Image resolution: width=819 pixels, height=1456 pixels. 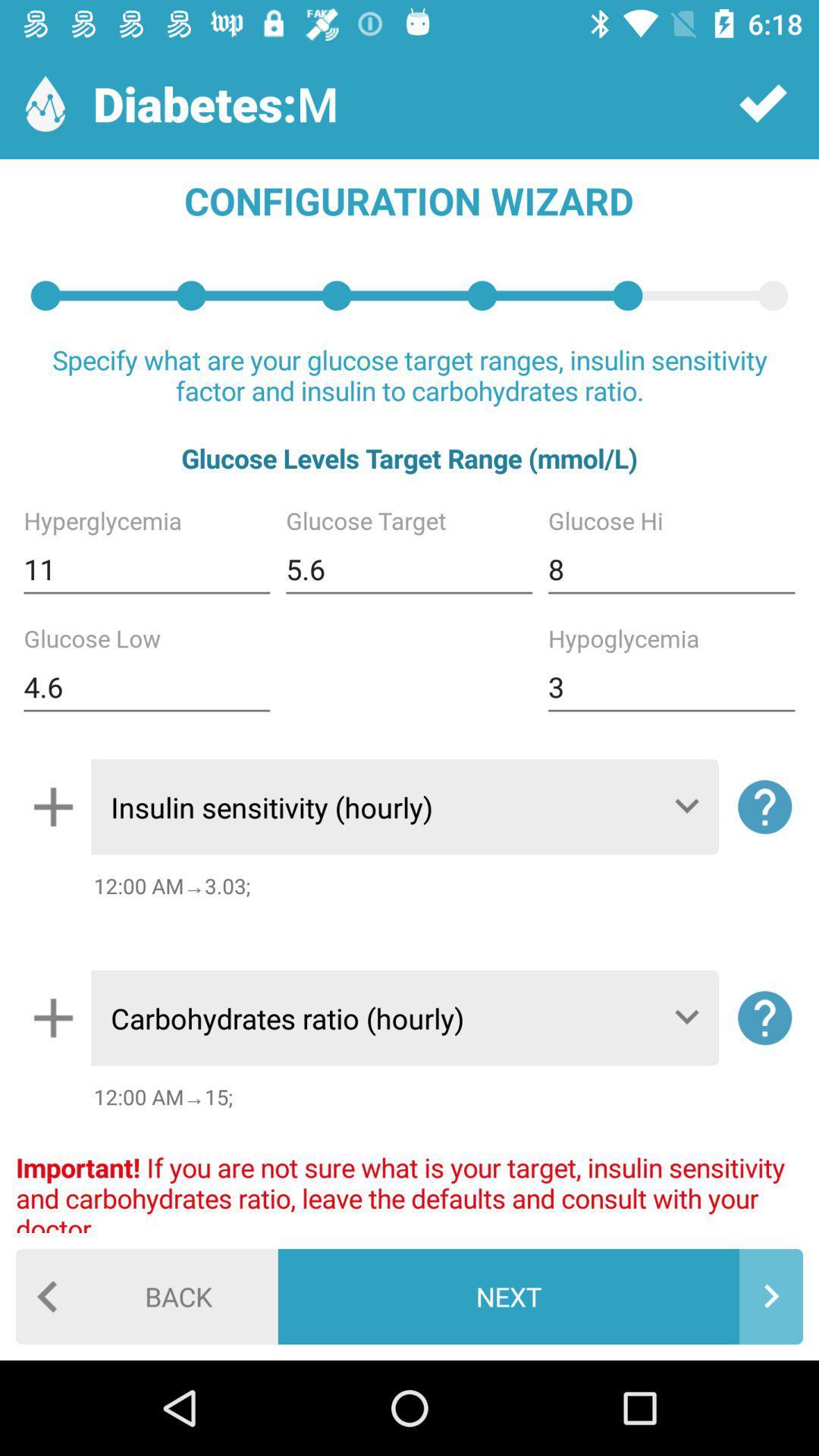 I want to click on icon below the important if you item, so click(x=539, y=1295).